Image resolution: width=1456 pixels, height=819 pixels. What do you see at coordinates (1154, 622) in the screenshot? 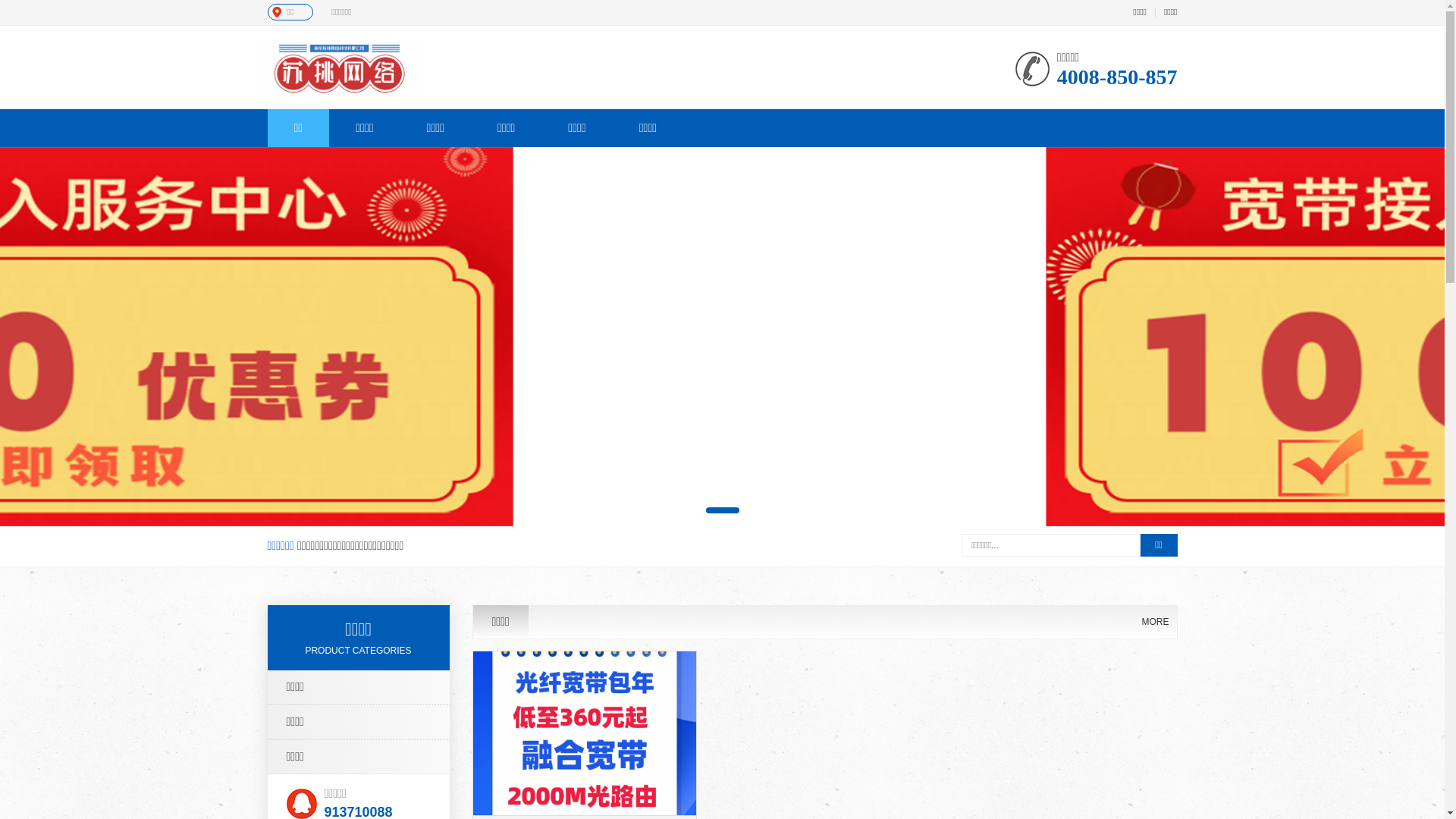
I see `'MORE'` at bounding box center [1154, 622].